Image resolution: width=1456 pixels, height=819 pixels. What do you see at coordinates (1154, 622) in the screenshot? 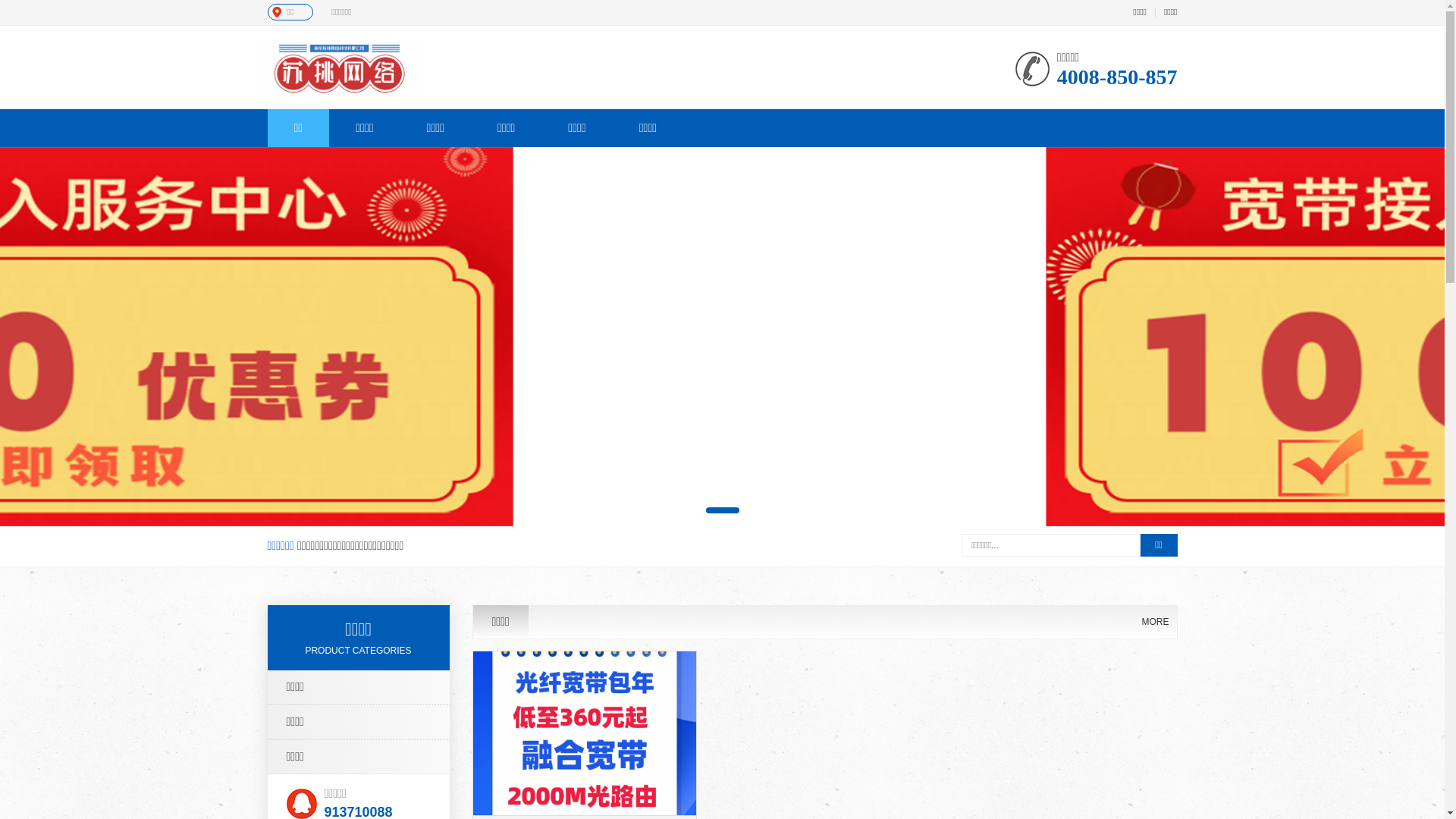
I see `'MORE'` at bounding box center [1154, 622].